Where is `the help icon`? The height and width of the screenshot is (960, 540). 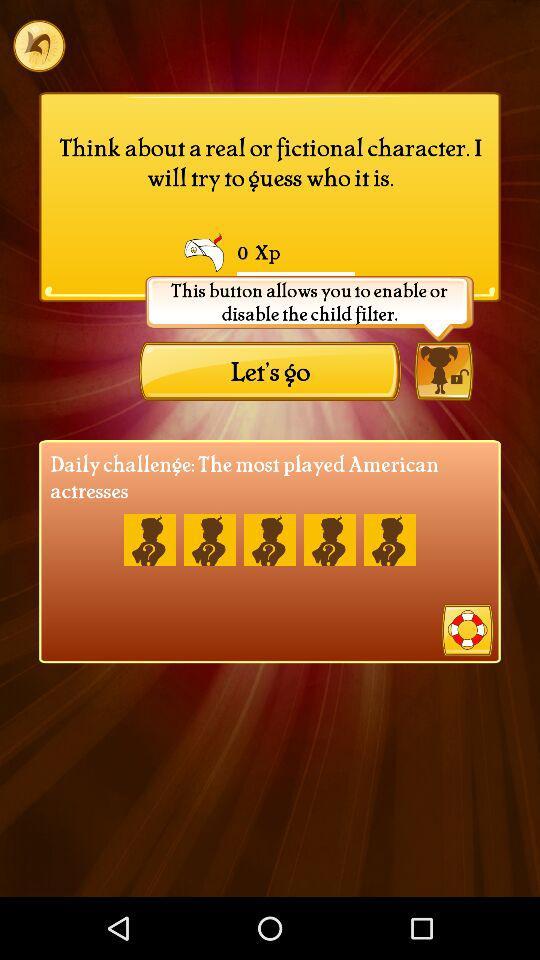
the help icon is located at coordinates (467, 674).